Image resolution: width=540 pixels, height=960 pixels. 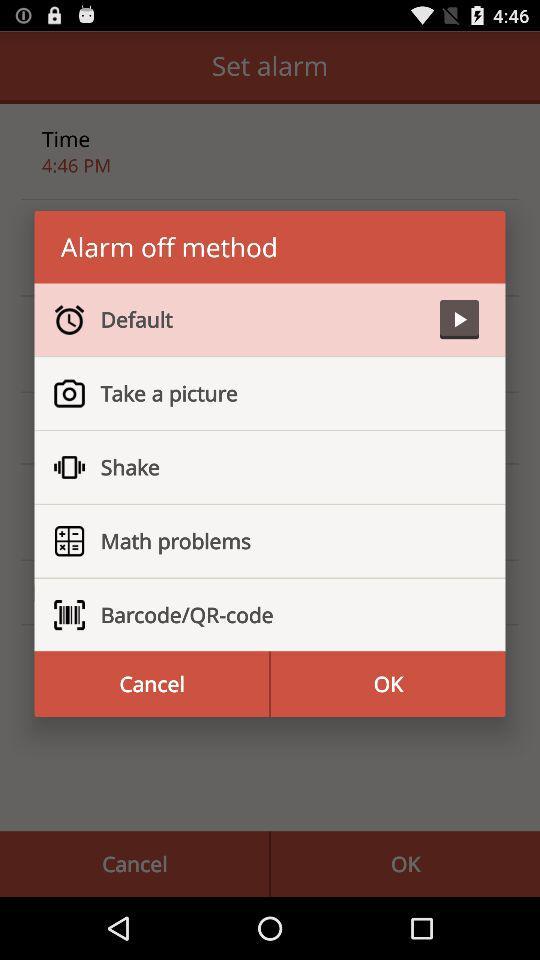 What do you see at coordinates (280, 614) in the screenshot?
I see `barcode/qr-code app` at bounding box center [280, 614].